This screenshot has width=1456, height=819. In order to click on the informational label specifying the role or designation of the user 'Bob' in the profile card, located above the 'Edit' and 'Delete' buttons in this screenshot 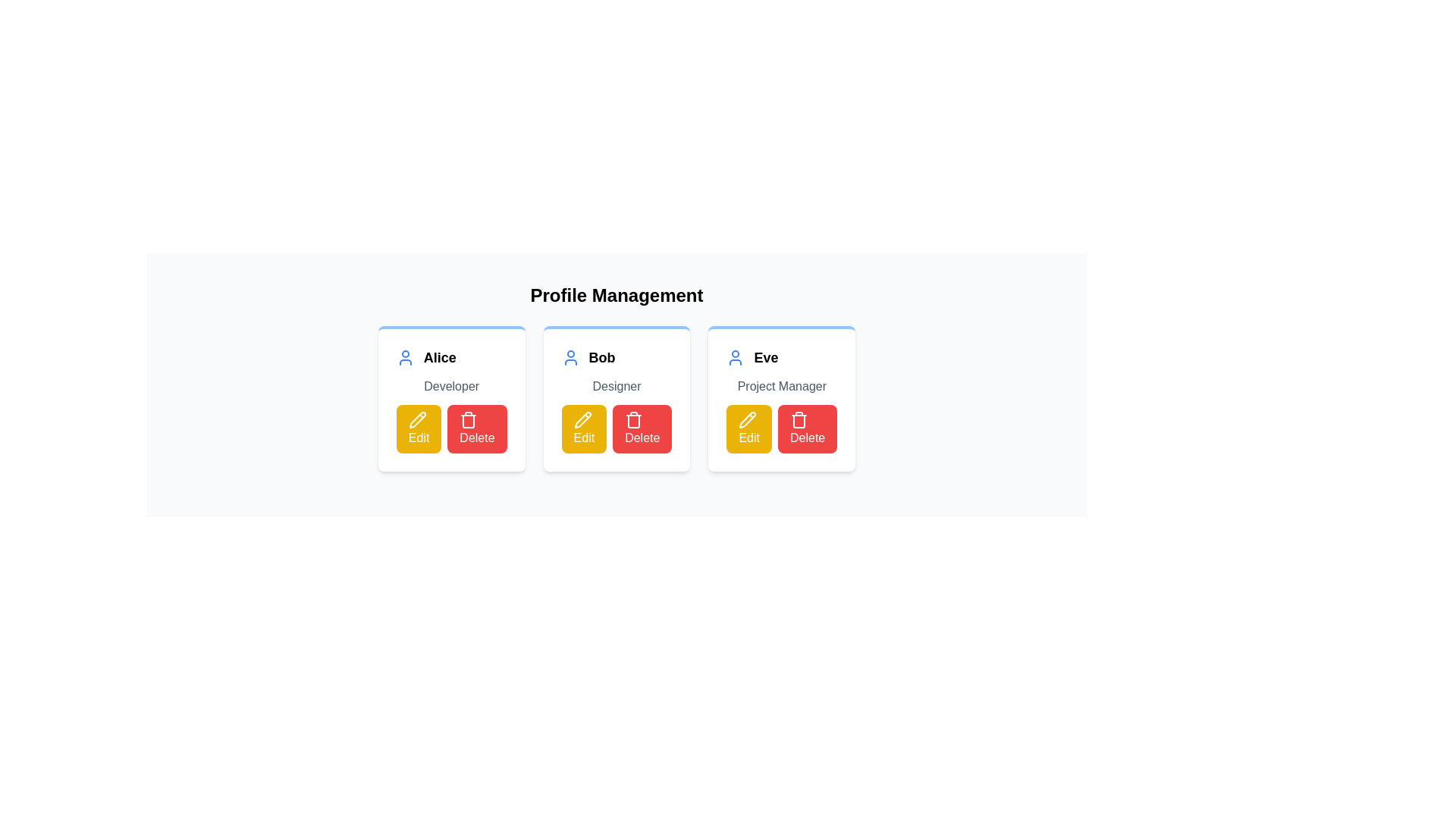, I will do `click(617, 385)`.